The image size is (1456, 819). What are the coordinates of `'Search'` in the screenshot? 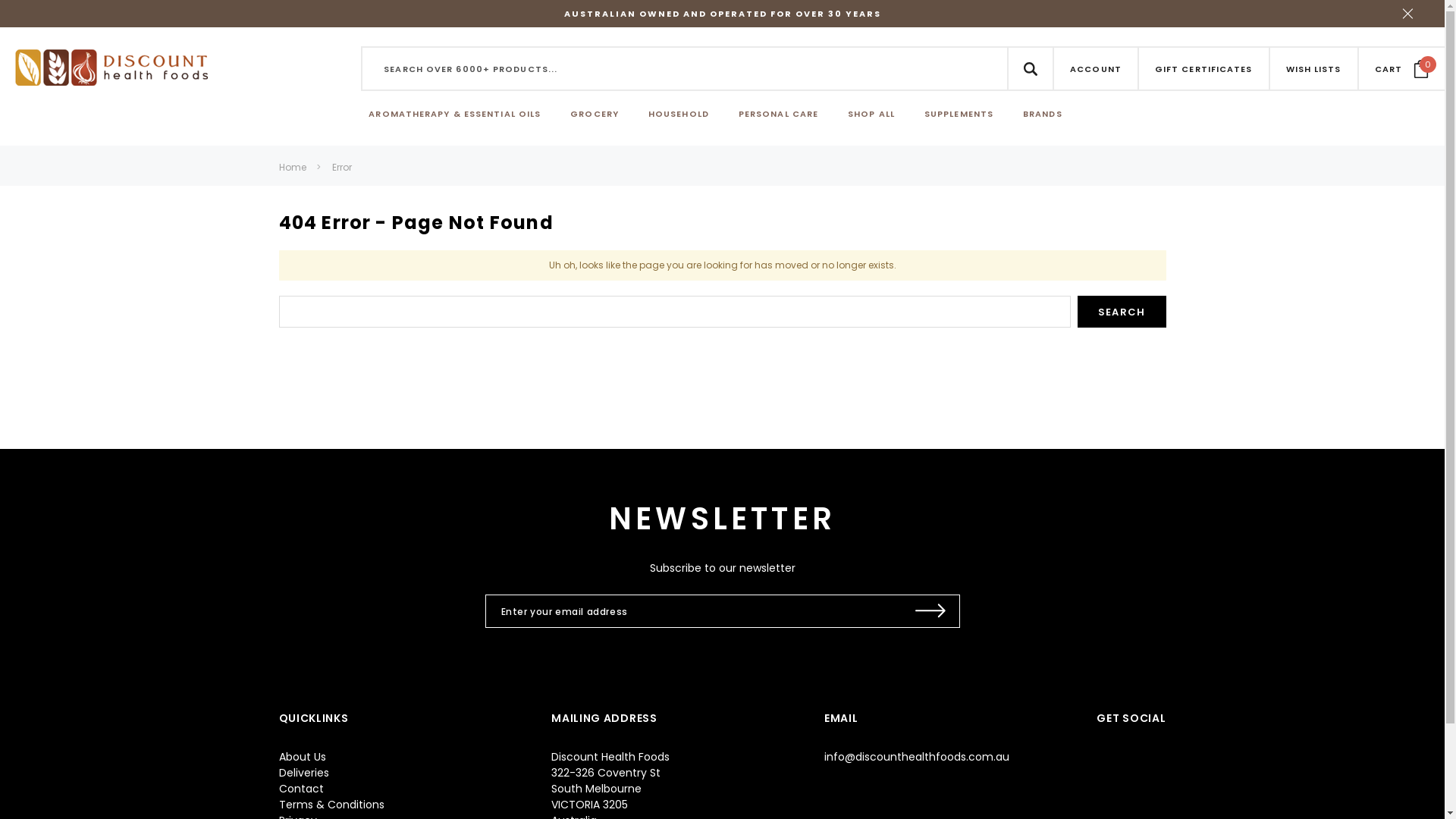 It's located at (1122, 311).